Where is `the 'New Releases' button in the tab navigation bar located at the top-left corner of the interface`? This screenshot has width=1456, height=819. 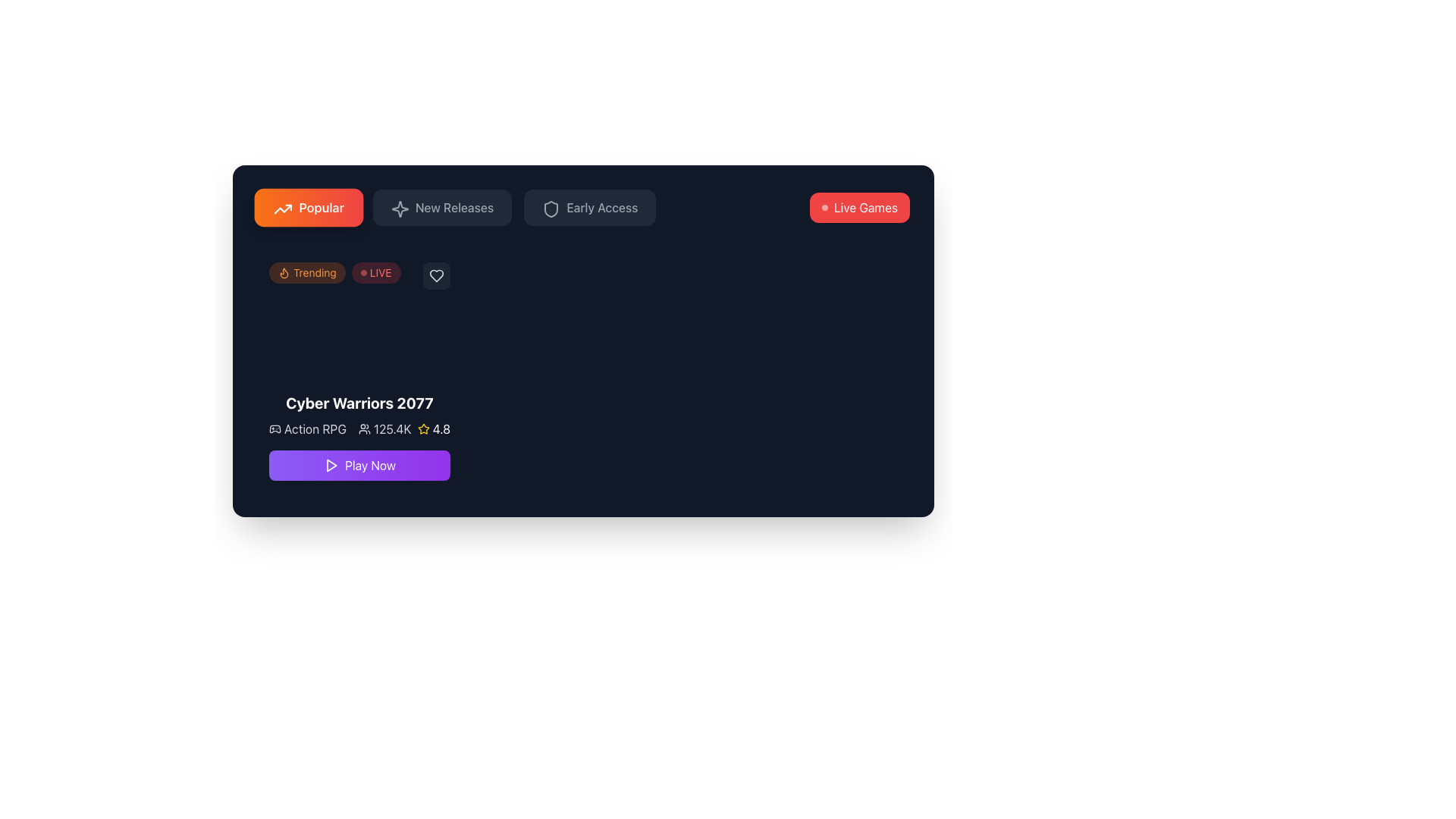
the 'New Releases' button in the tab navigation bar located at the top-left corner of the interface is located at coordinates (456, 207).